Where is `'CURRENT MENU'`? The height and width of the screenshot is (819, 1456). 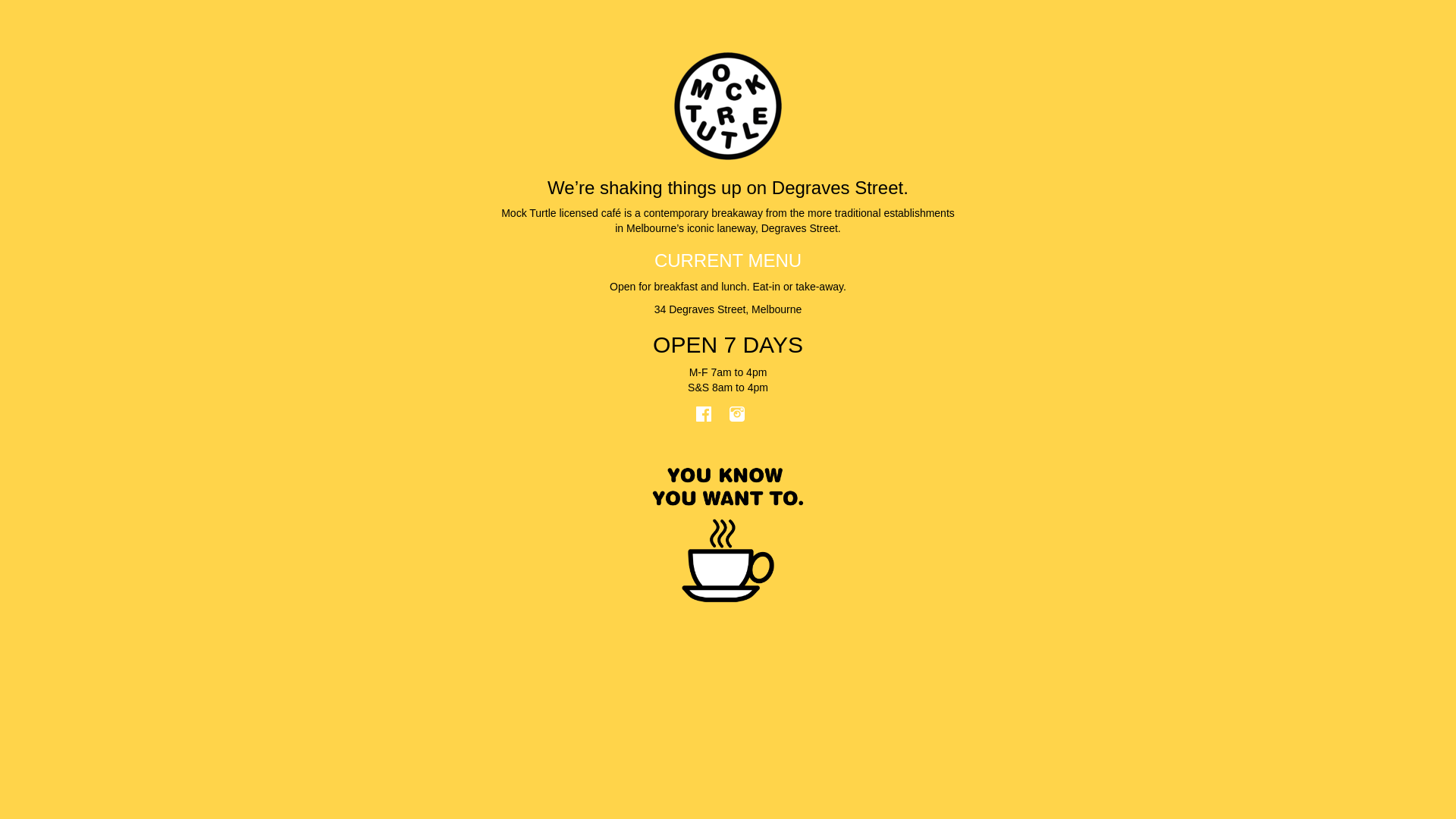
'CURRENT MENU' is located at coordinates (728, 259).